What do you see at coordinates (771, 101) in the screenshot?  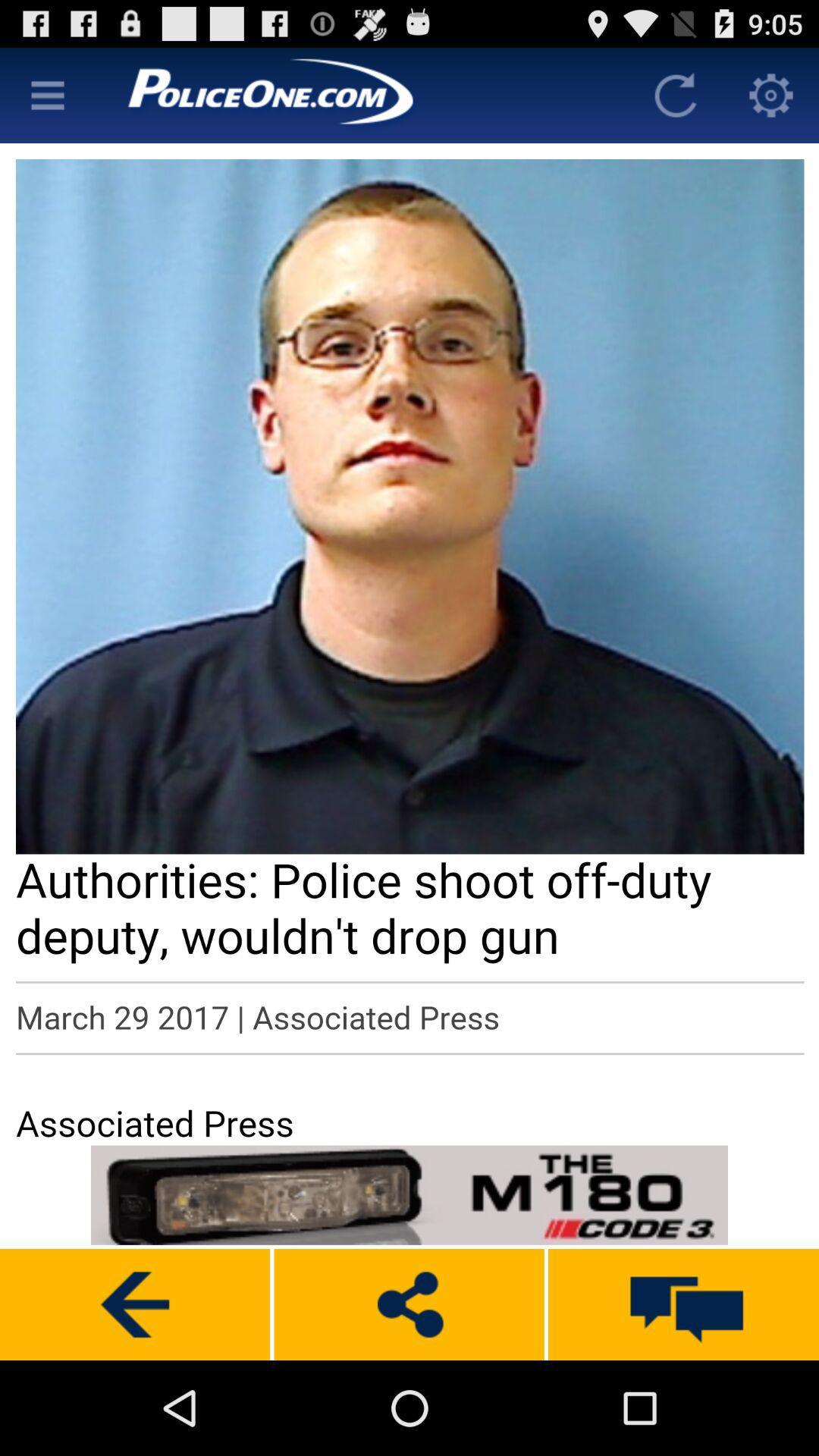 I see `the settings icon` at bounding box center [771, 101].